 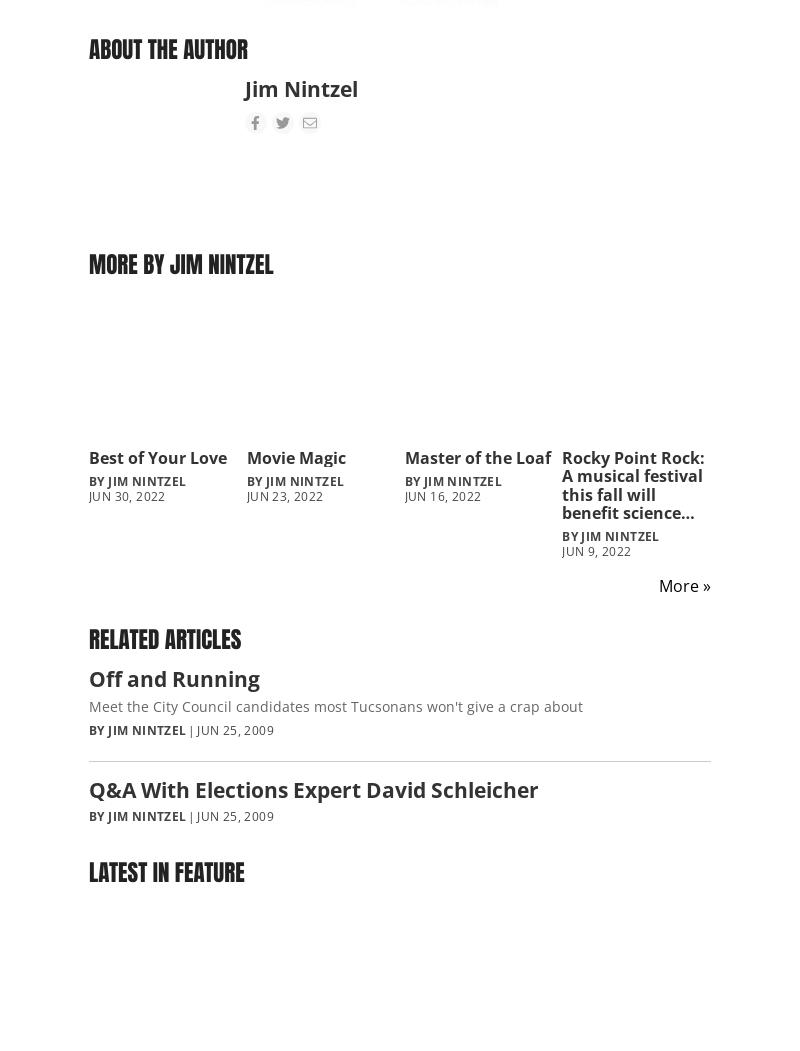 I want to click on 'Jun  9, 2022', so click(x=562, y=550).